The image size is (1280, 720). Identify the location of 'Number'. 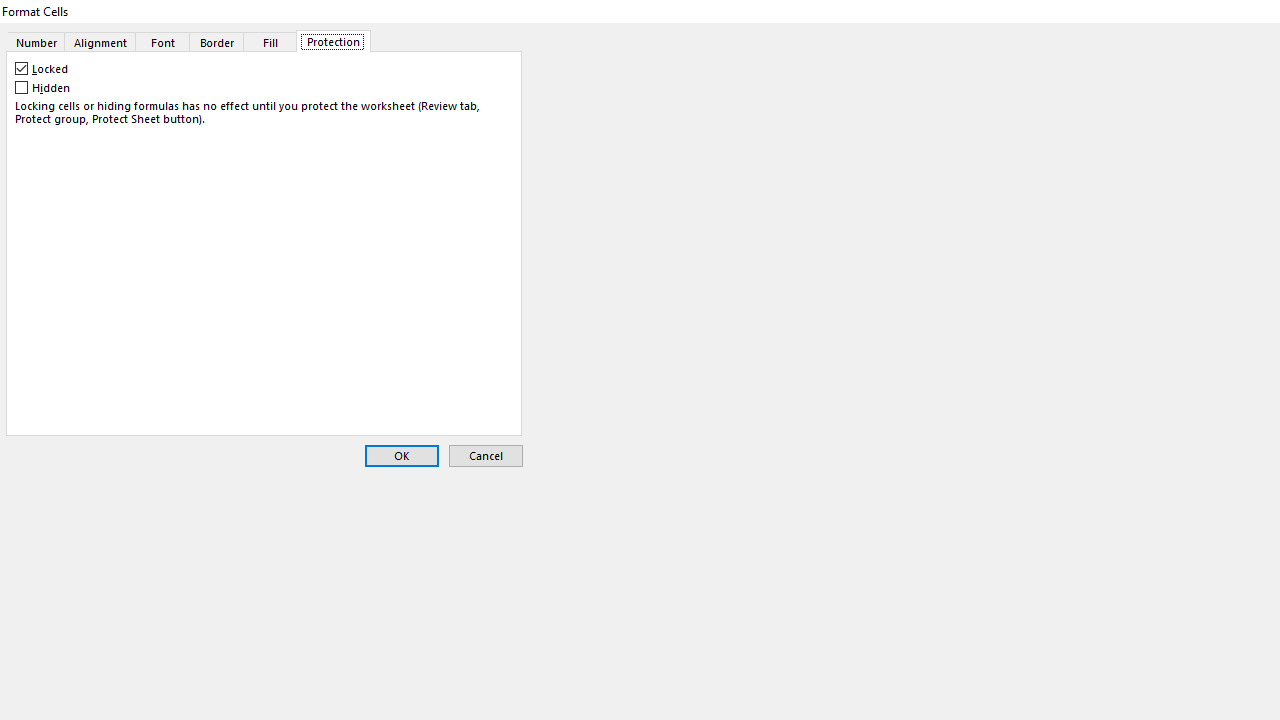
(35, 41).